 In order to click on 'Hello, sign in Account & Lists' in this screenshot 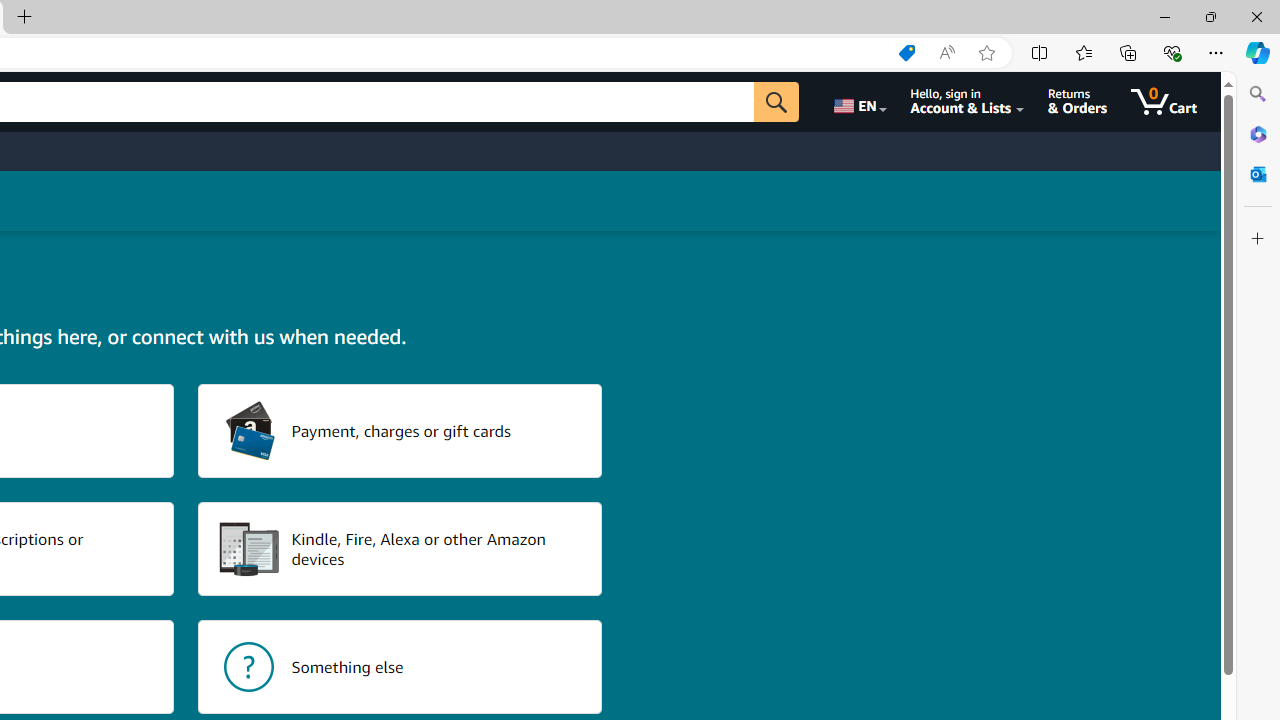, I will do `click(967, 101)`.